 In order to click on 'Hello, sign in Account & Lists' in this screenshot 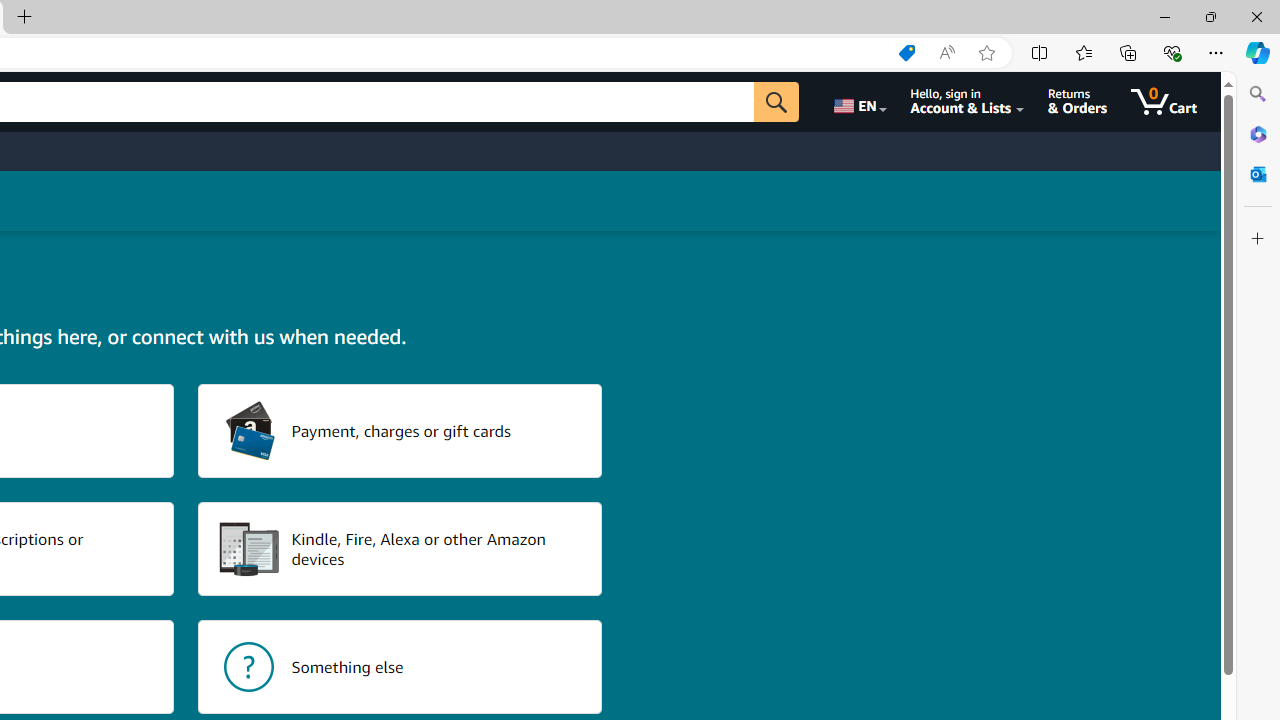, I will do `click(967, 101)`.